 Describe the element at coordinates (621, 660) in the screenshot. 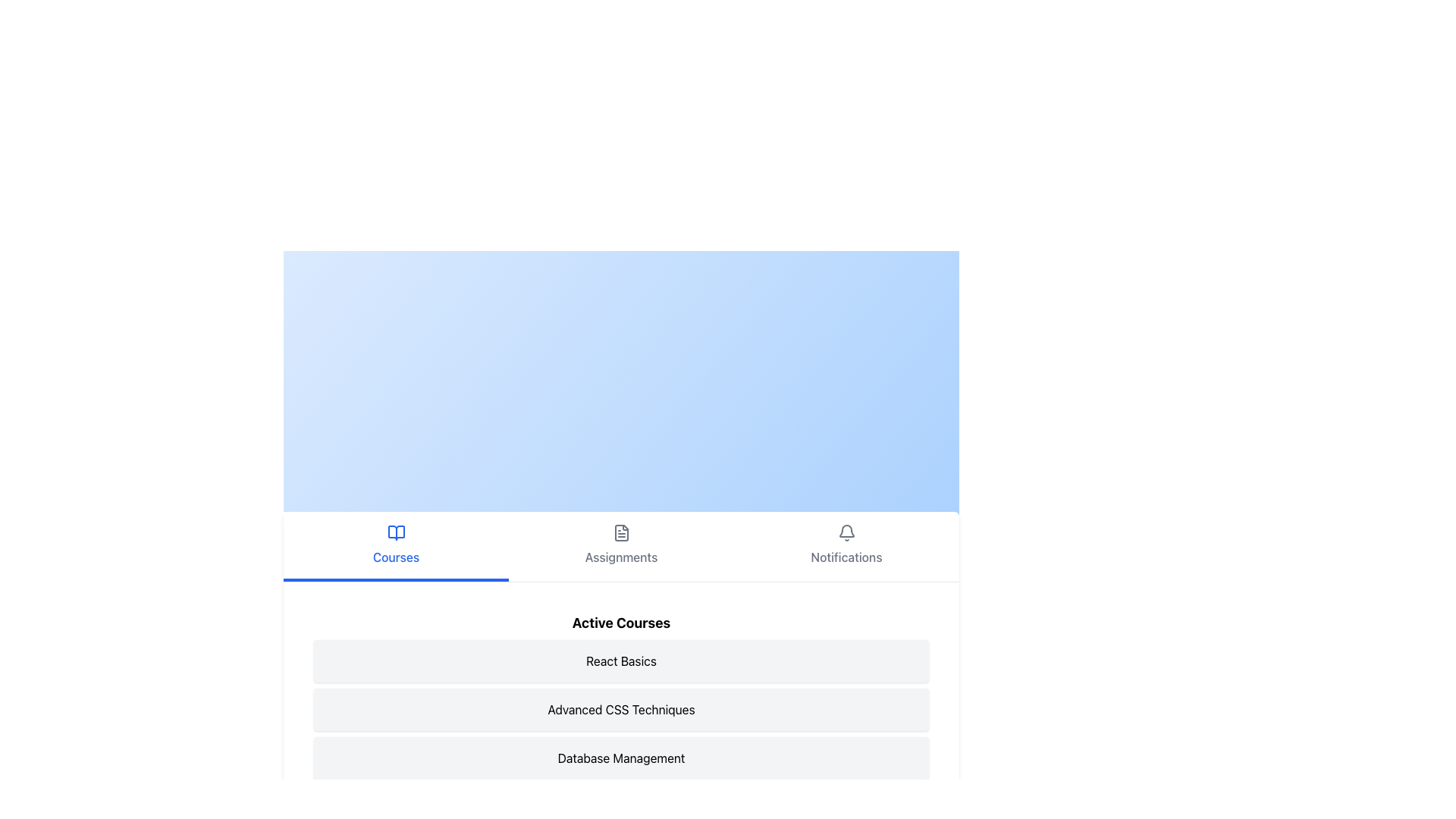

I see `the static text block indicating 'React Basics' in the list of active courses` at that location.